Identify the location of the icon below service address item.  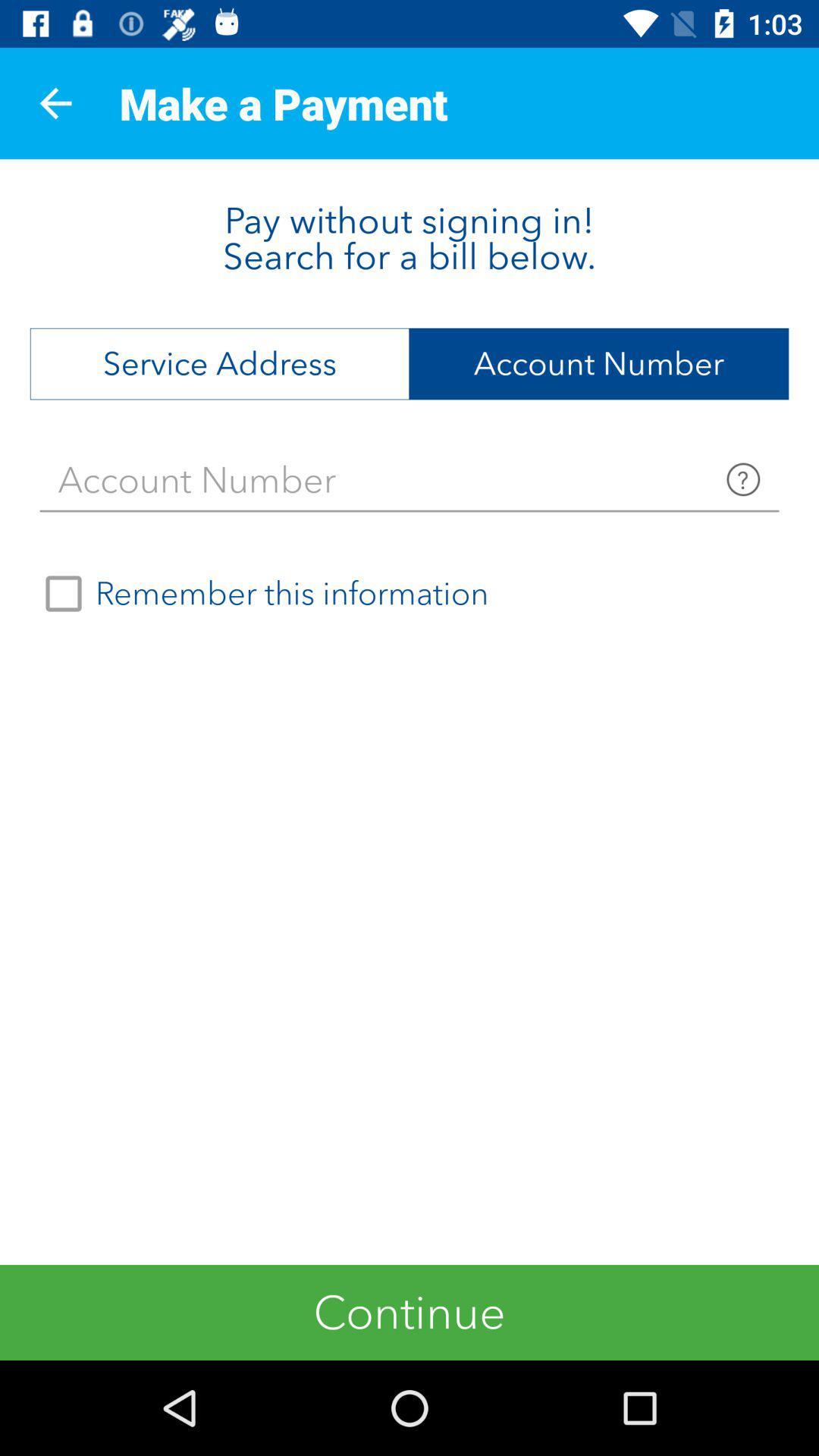
(409, 479).